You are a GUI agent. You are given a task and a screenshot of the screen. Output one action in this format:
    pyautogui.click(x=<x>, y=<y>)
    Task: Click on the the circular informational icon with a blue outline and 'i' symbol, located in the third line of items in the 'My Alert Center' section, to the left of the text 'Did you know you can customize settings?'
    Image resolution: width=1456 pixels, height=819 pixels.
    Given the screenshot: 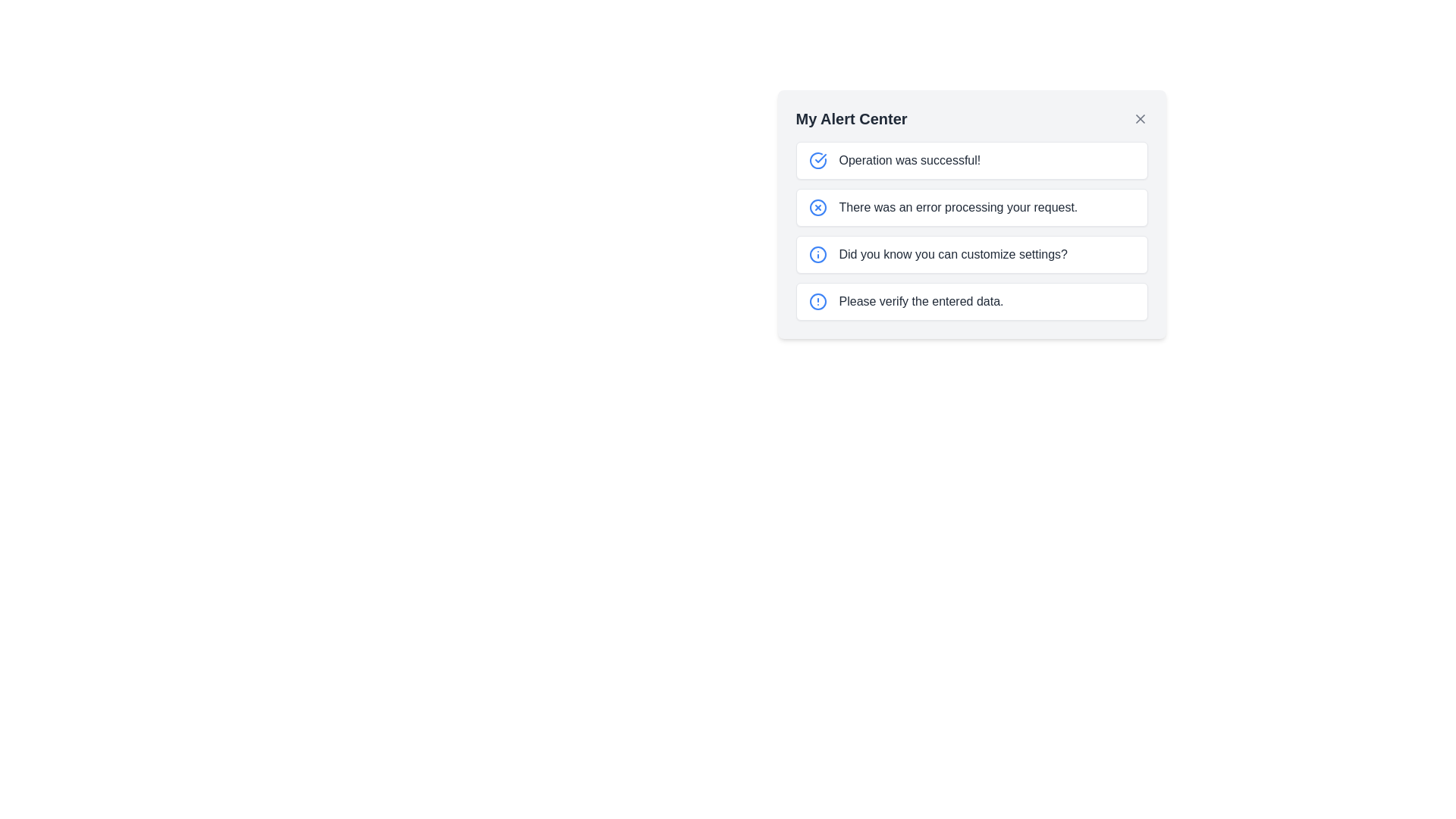 What is the action you would take?
    pyautogui.click(x=817, y=253)
    